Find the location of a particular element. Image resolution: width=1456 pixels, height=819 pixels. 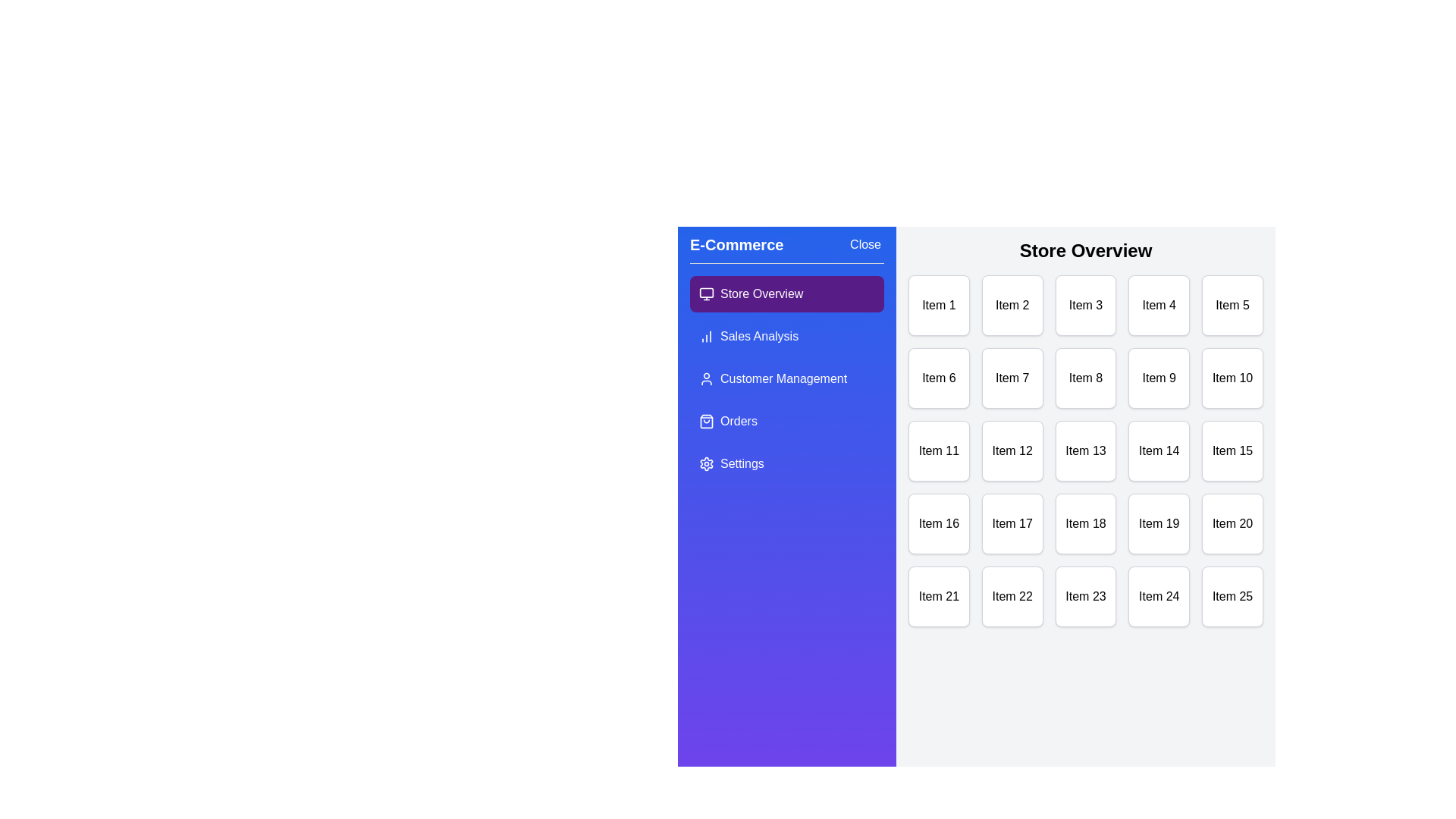

the menu option Settings from the drawer is located at coordinates (786, 463).